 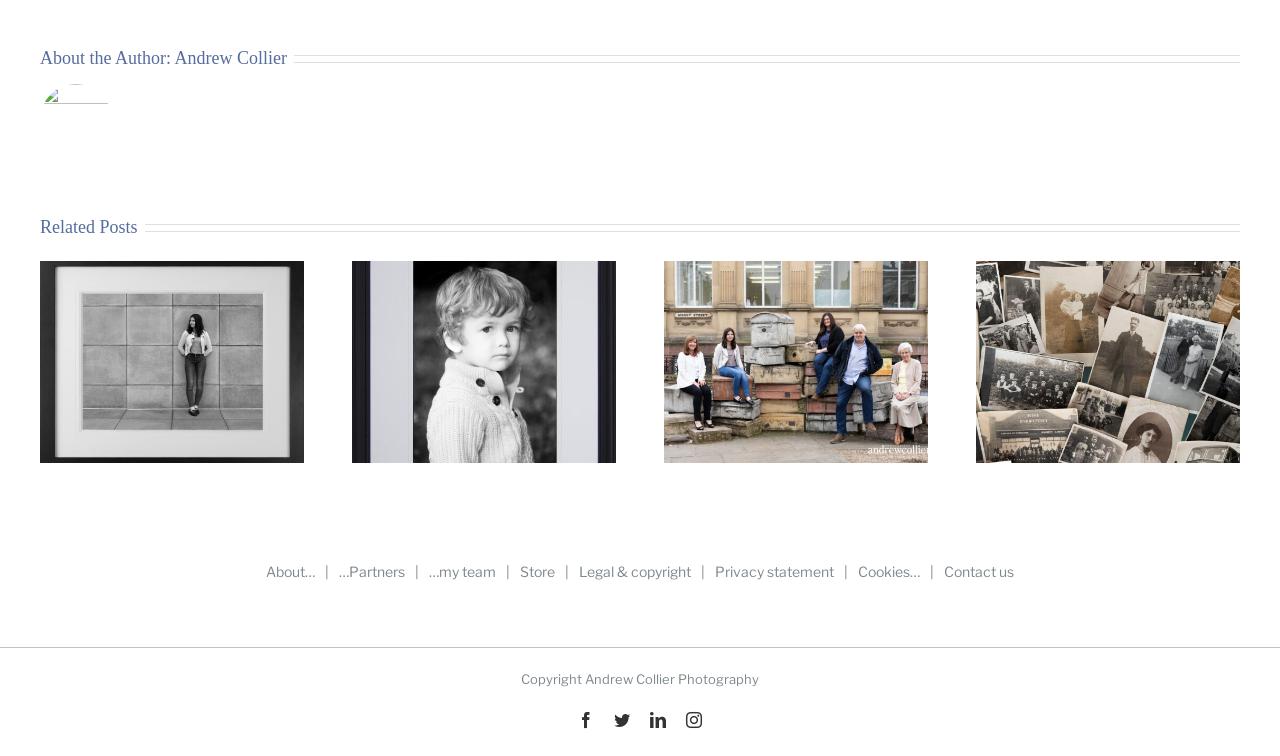 I want to click on 'About…', so click(x=289, y=571).